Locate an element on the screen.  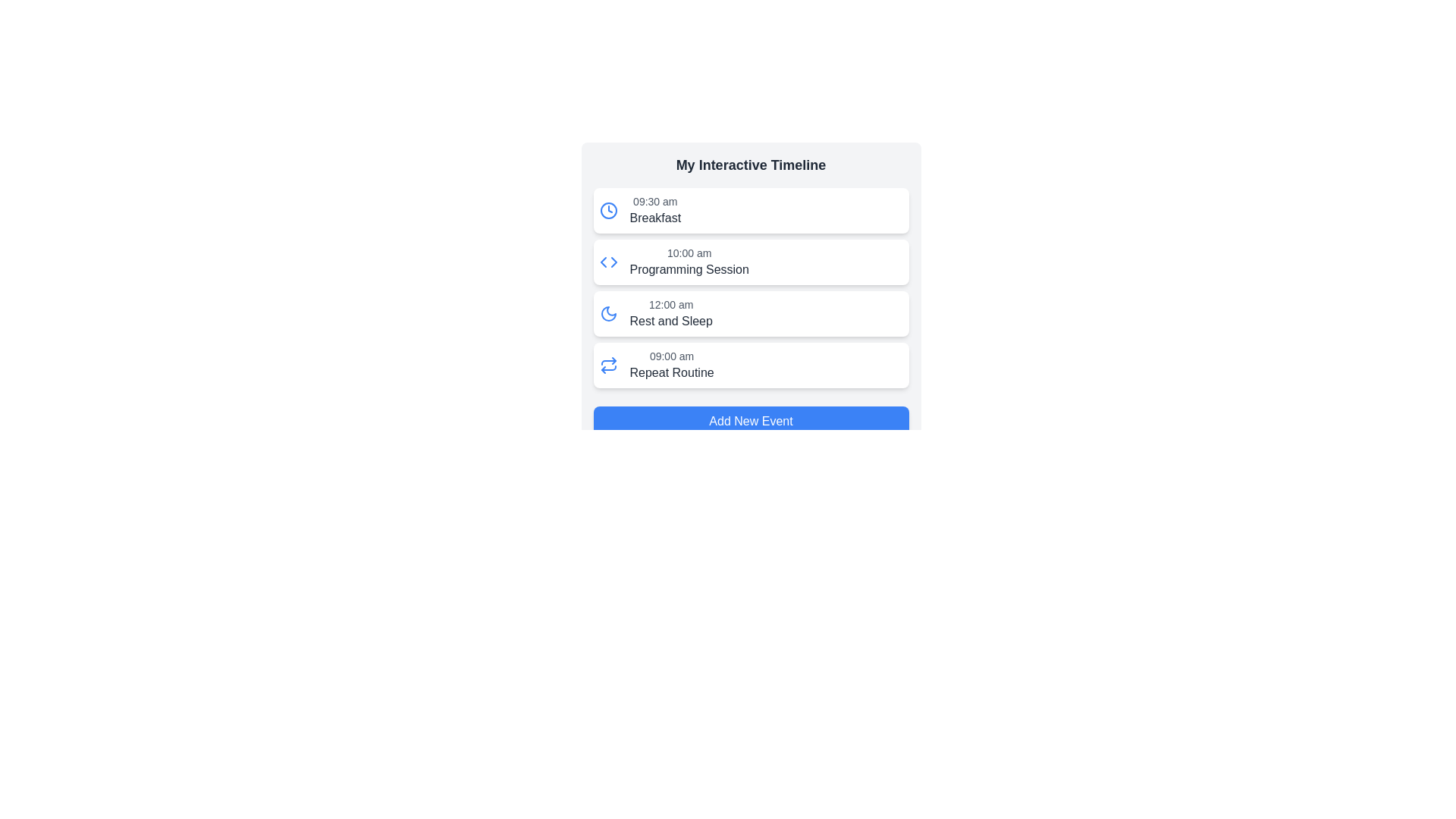
the moon icon located in the top-left corner of the interface, adjacent to a timestamp and text description of an event is located at coordinates (608, 312).